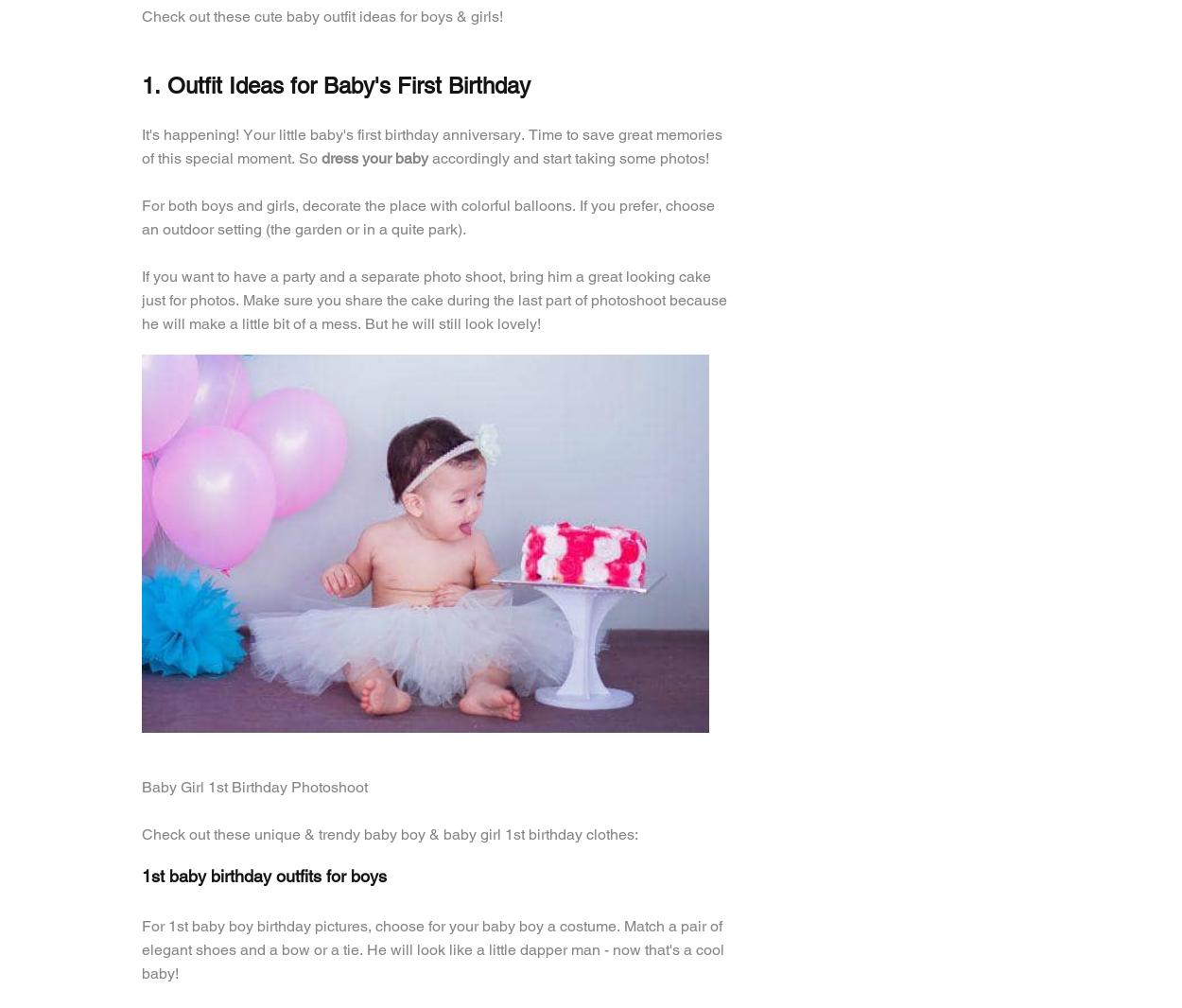 The image size is (1182, 1008). Describe the element at coordinates (142, 875) in the screenshot. I see `'1st baby birthday outfits for boys'` at that location.